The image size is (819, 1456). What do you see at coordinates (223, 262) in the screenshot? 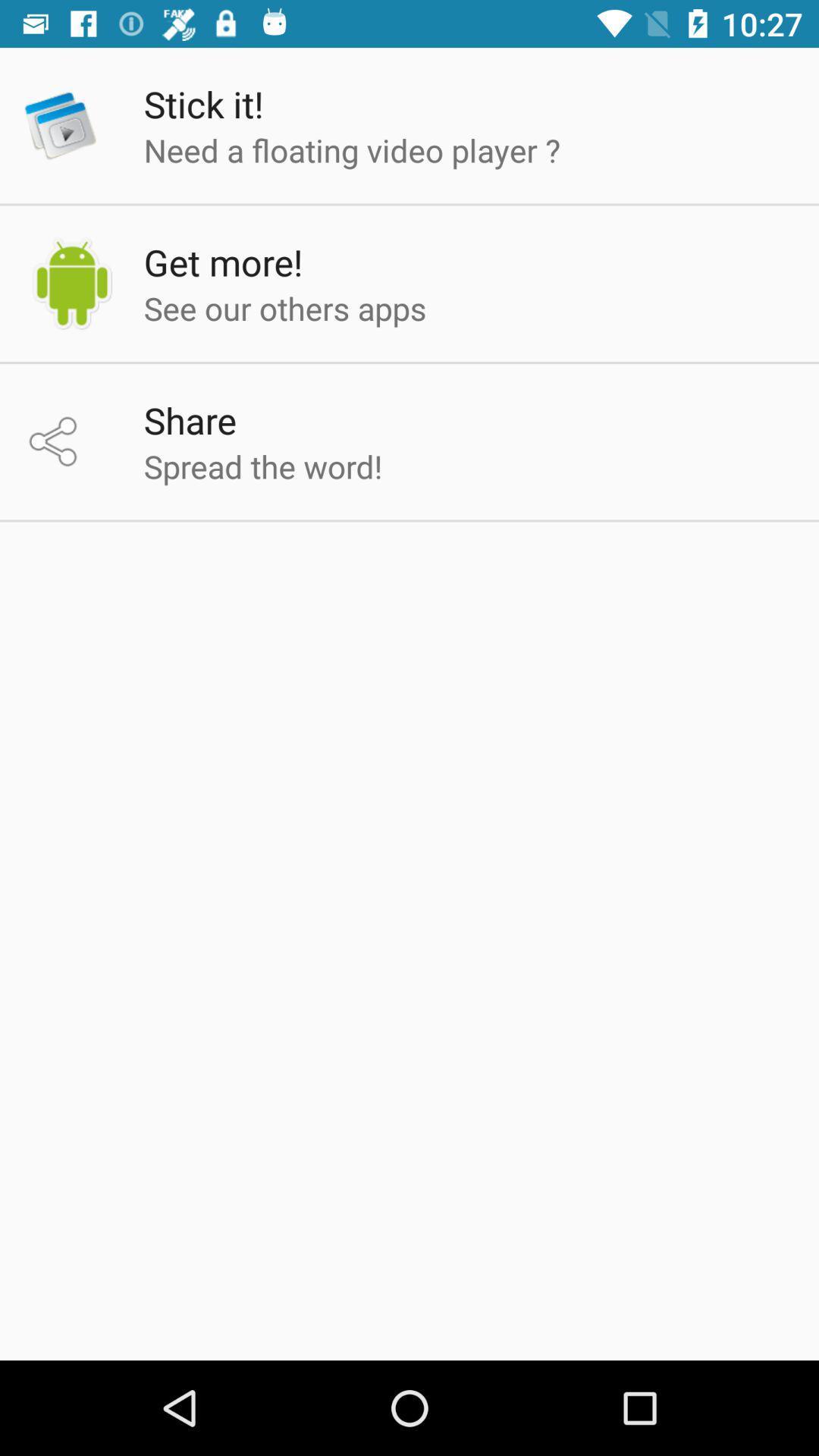
I see `get more! app` at bounding box center [223, 262].